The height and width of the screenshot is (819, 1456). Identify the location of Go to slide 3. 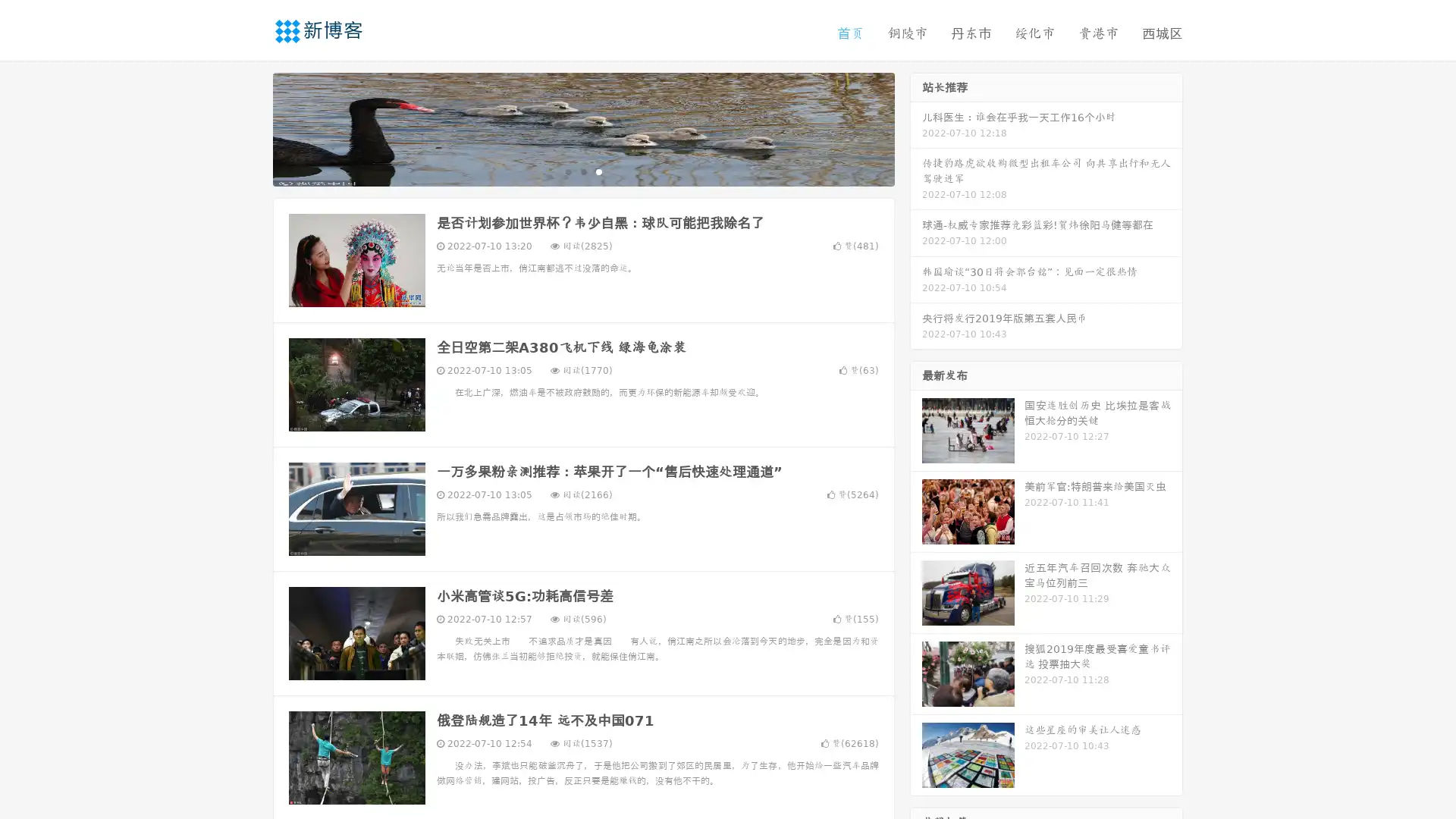
(598, 171).